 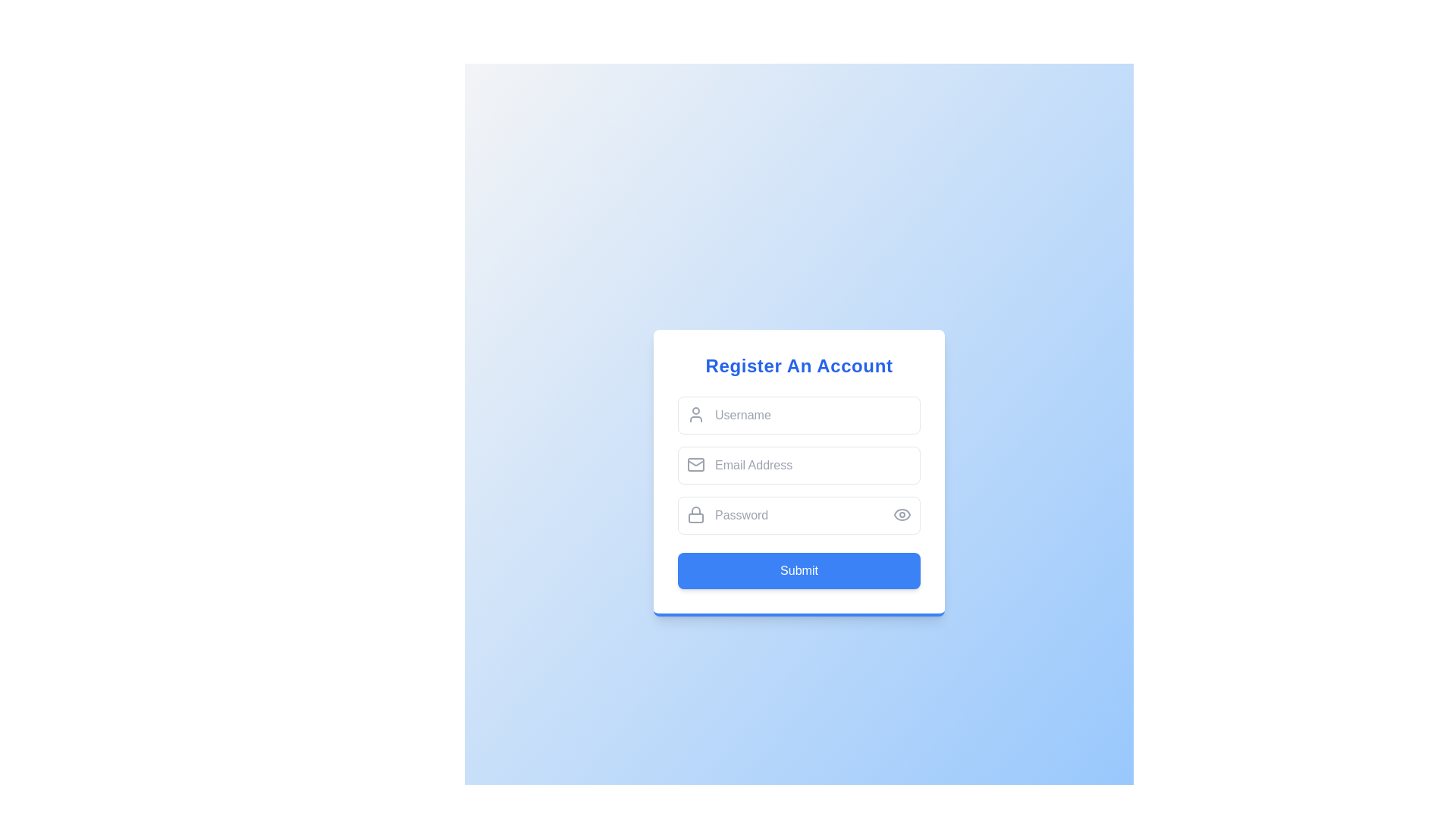 What do you see at coordinates (799, 570) in the screenshot?
I see `the rectangular blue 'Submit' button located at the bottom of the registration form` at bounding box center [799, 570].